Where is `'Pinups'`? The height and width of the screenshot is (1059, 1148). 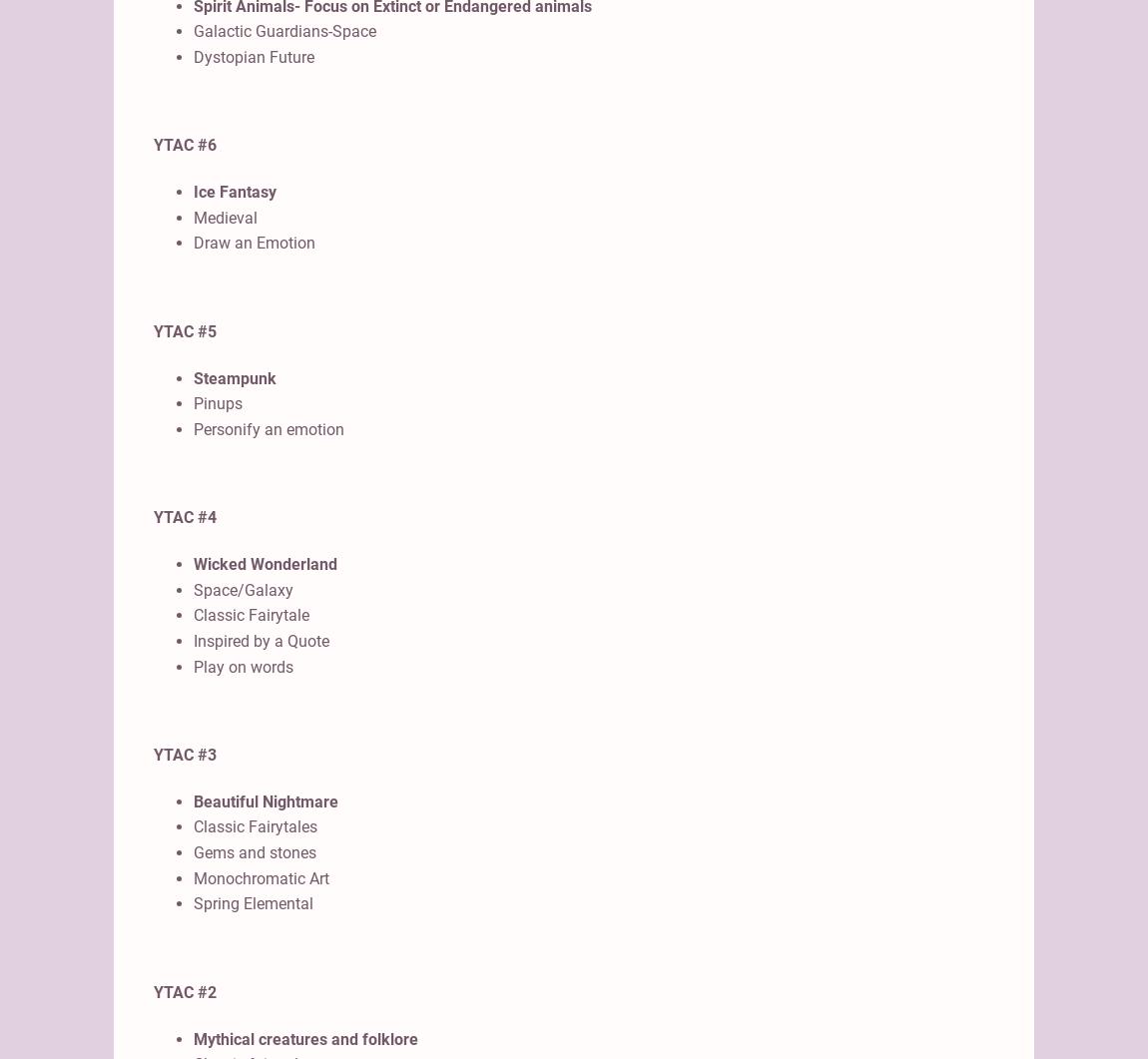 'Pinups' is located at coordinates (217, 403).